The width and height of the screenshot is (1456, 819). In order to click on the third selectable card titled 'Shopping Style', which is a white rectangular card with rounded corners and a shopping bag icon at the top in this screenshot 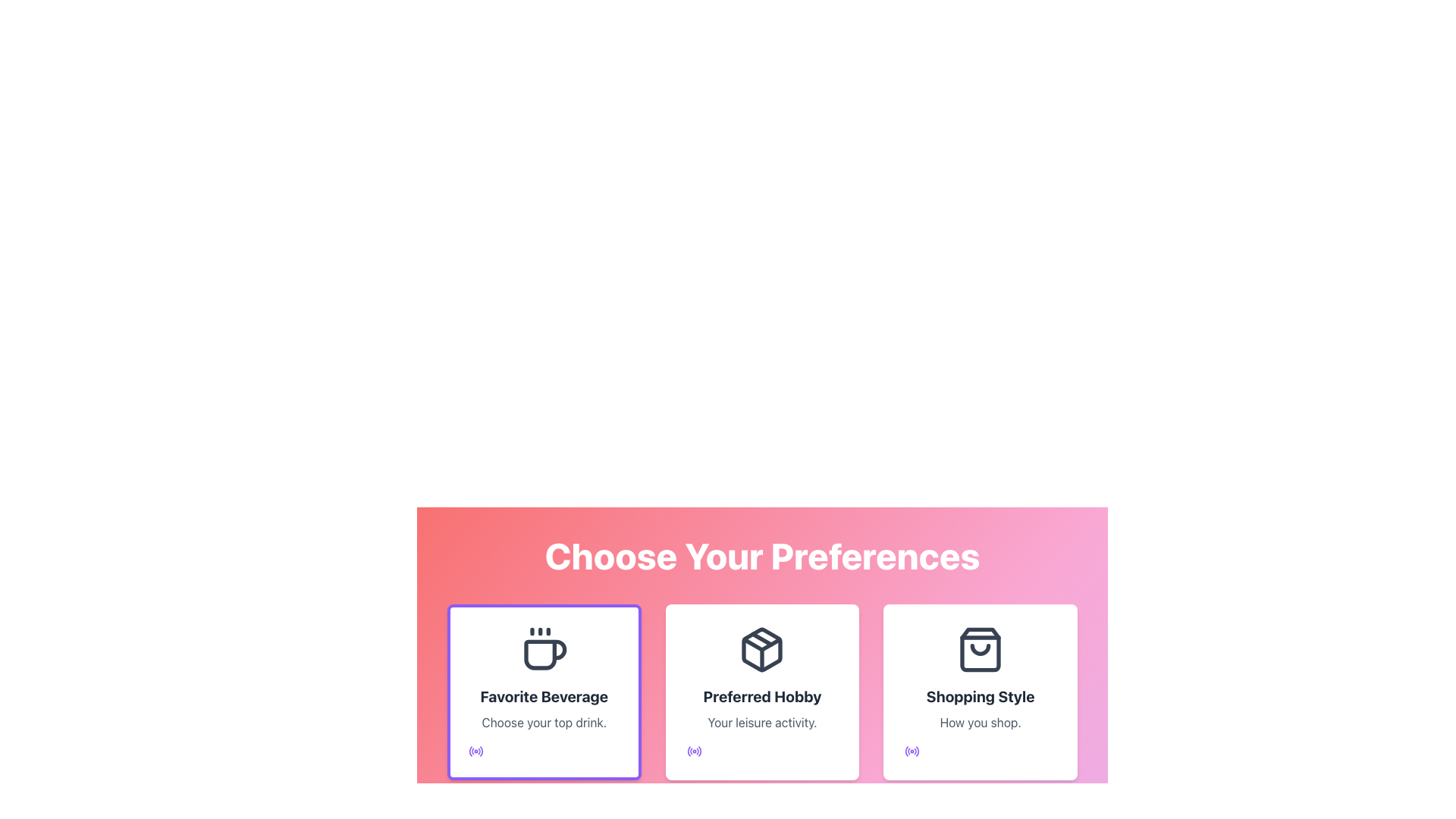, I will do `click(981, 692)`.